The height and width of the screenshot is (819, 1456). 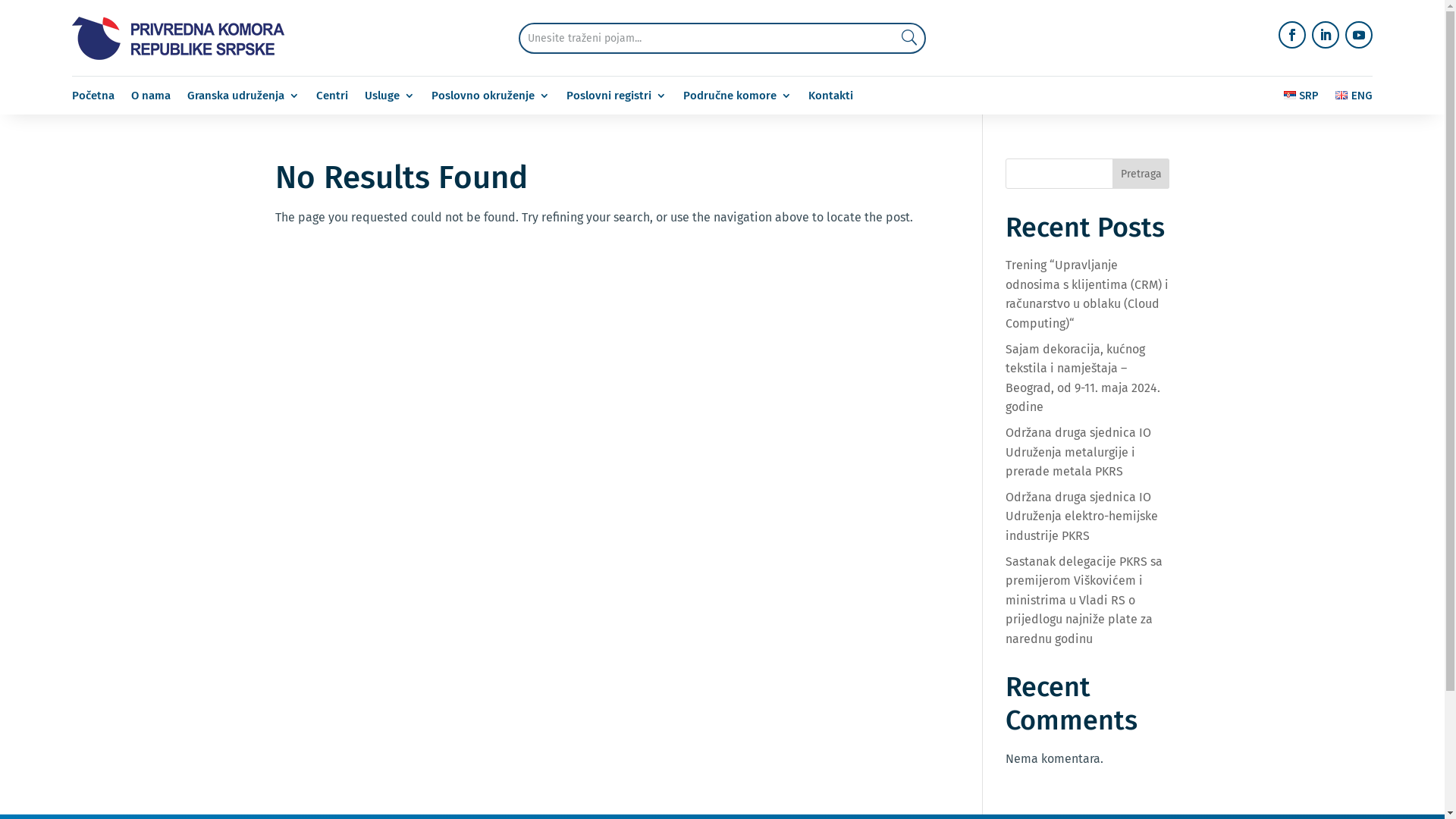 I want to click on 'Follow on Youtube', so click(x=1345, y=34).